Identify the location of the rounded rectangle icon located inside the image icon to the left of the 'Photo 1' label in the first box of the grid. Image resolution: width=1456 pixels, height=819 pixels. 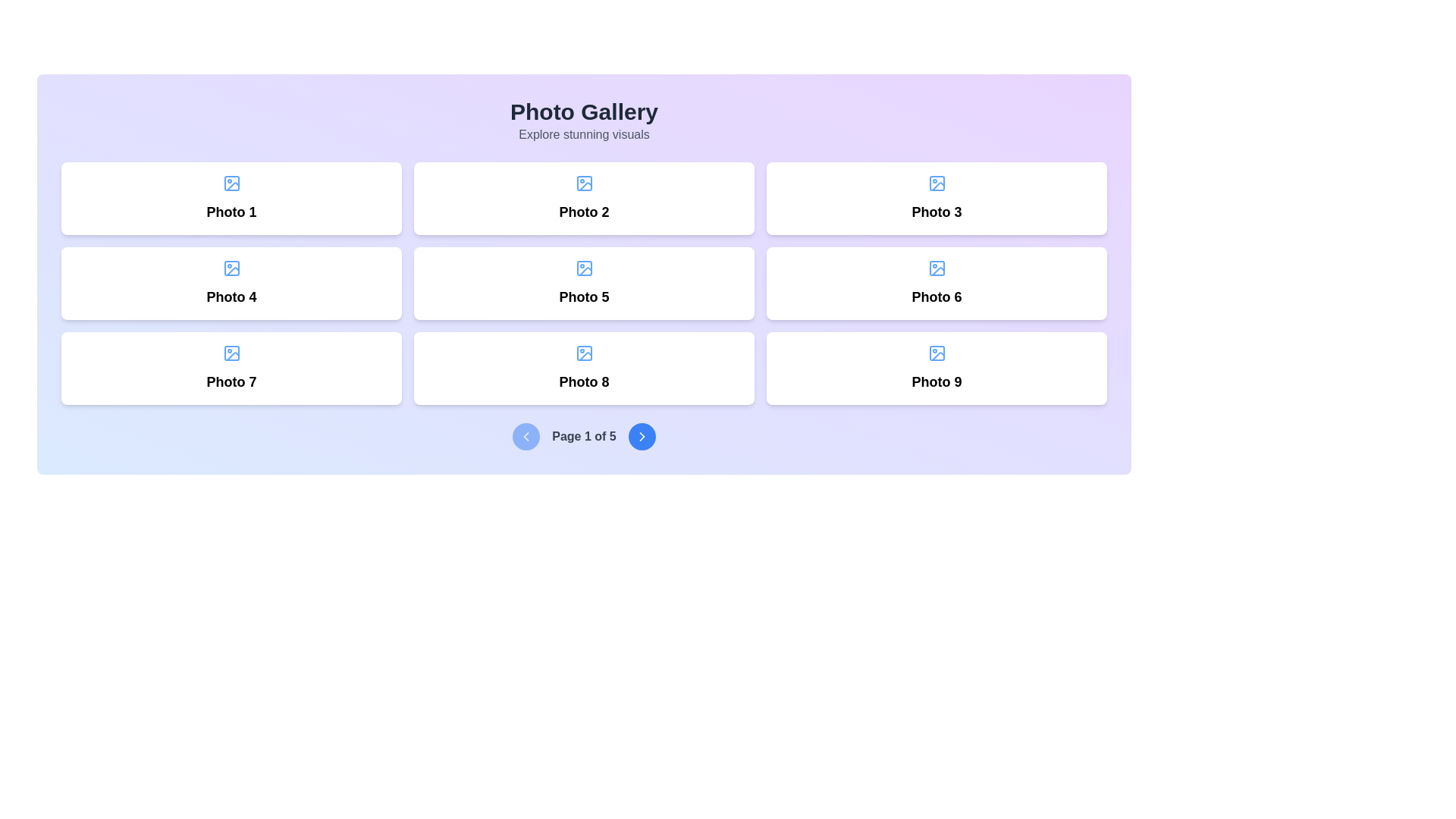
(231, 183).